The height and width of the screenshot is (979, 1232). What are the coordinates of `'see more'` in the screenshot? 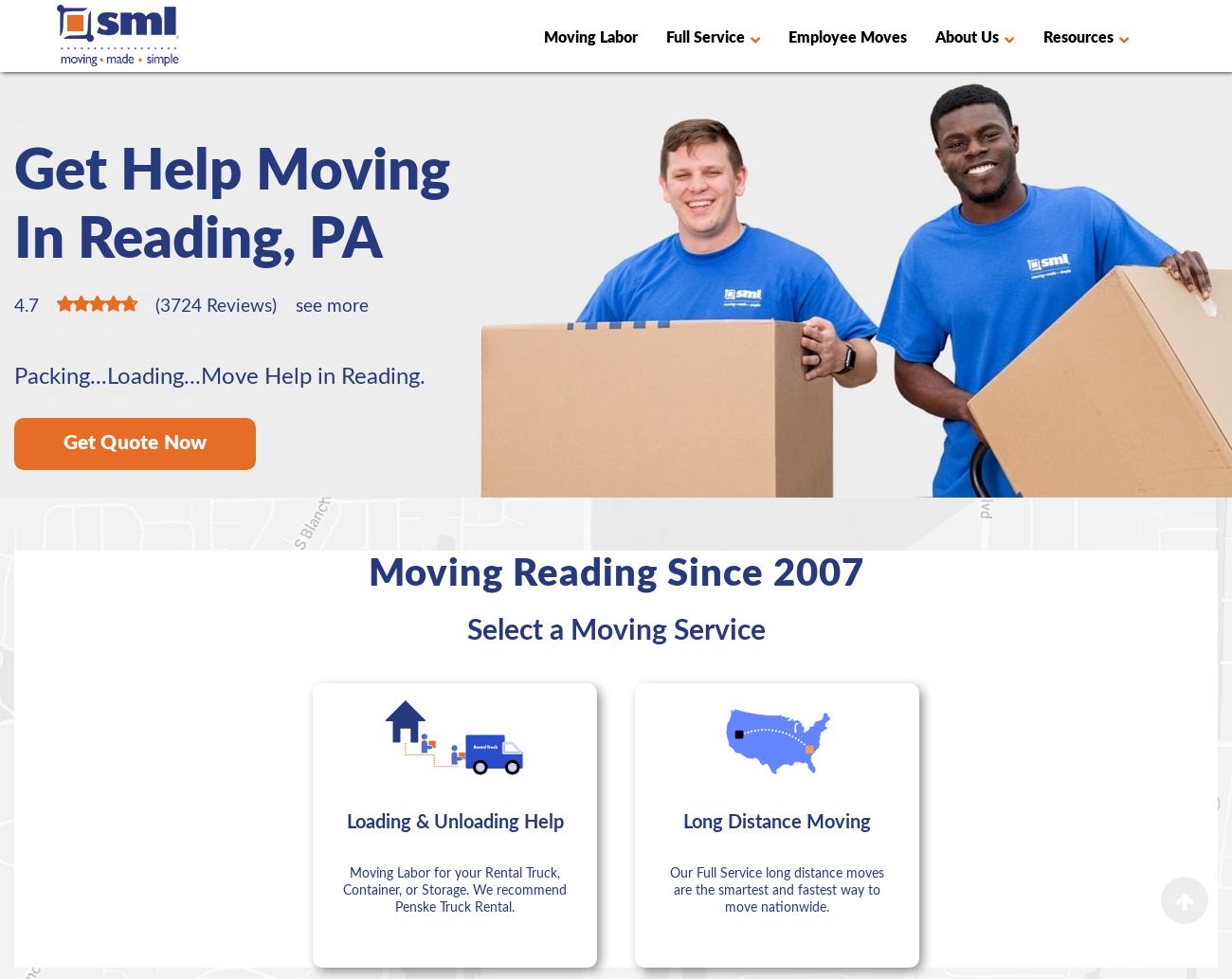 It's located at (296, 305).